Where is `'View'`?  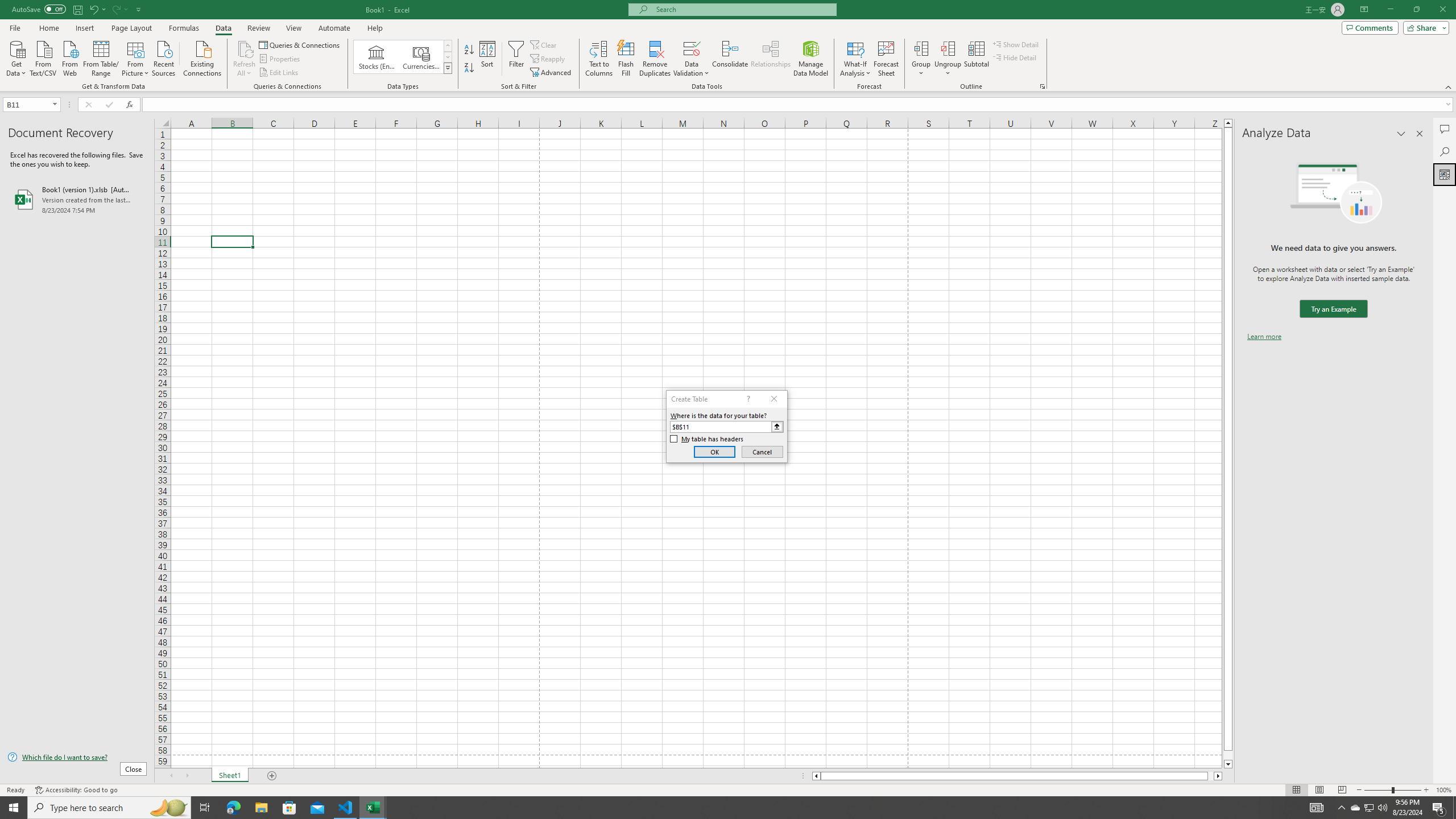
'View' is located at coordinates (292, 28).